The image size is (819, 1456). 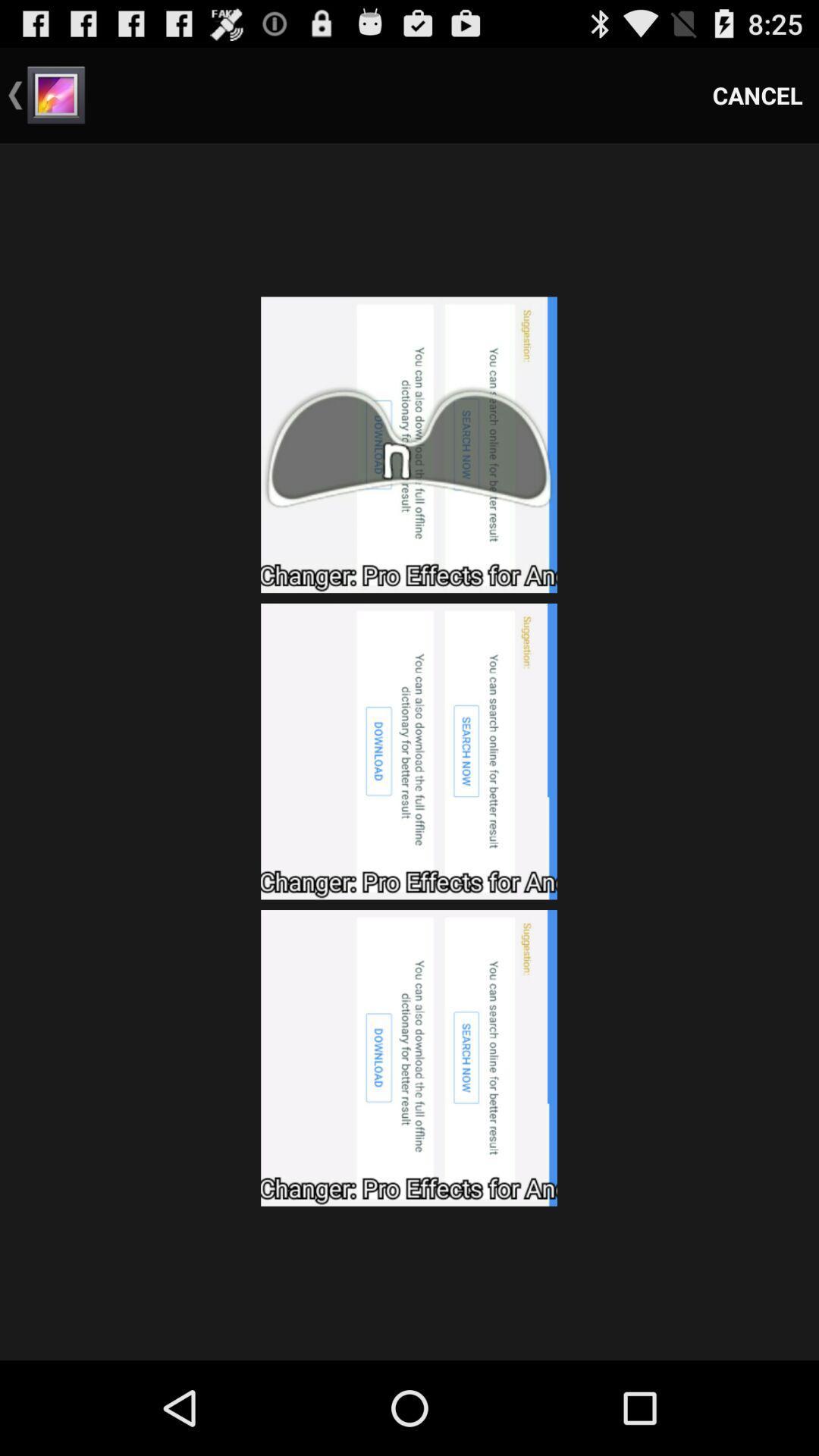 I want to click on the icon at the top right corner, so click(x=758, y=94).